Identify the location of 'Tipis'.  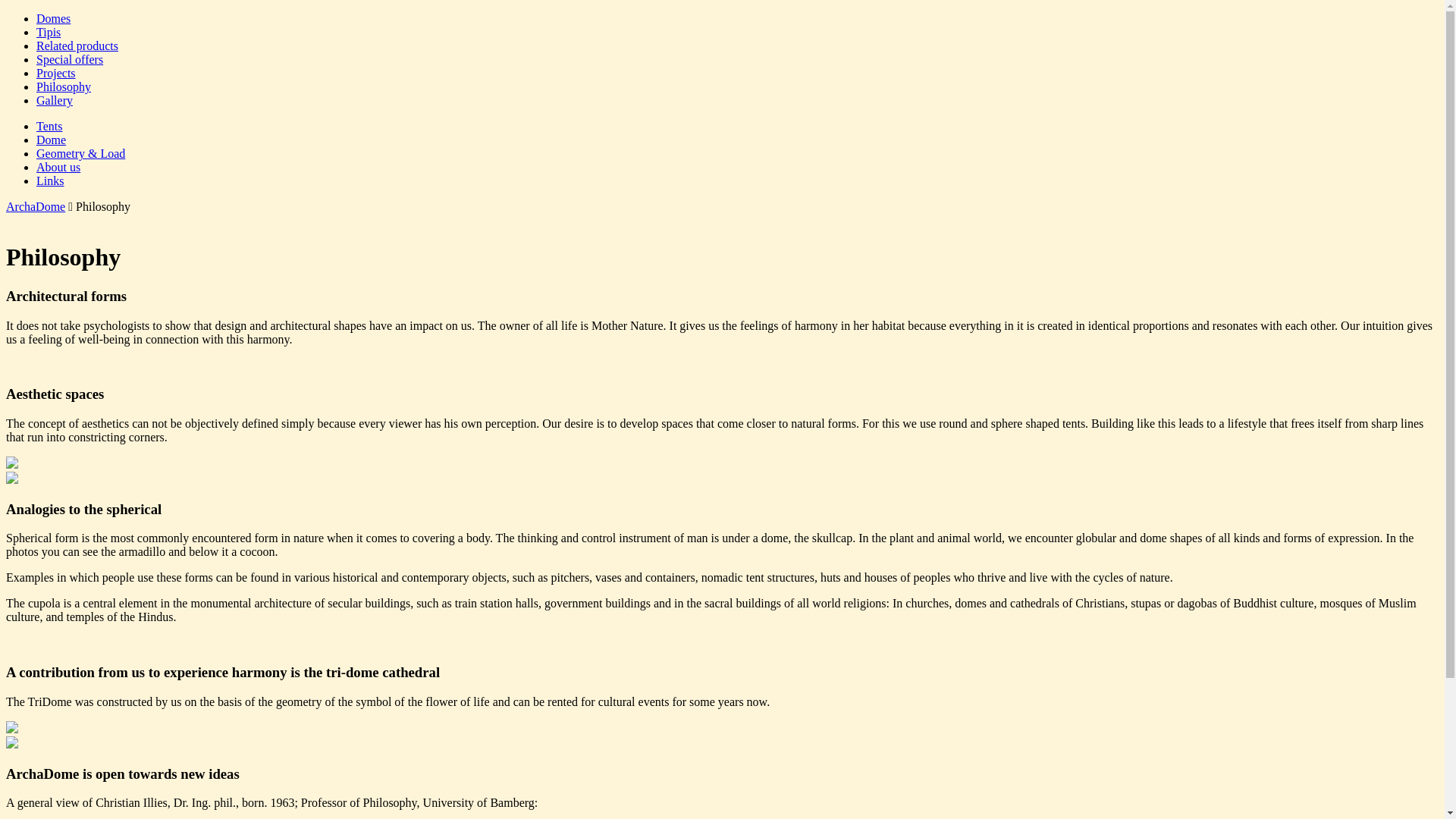
(48, 32).